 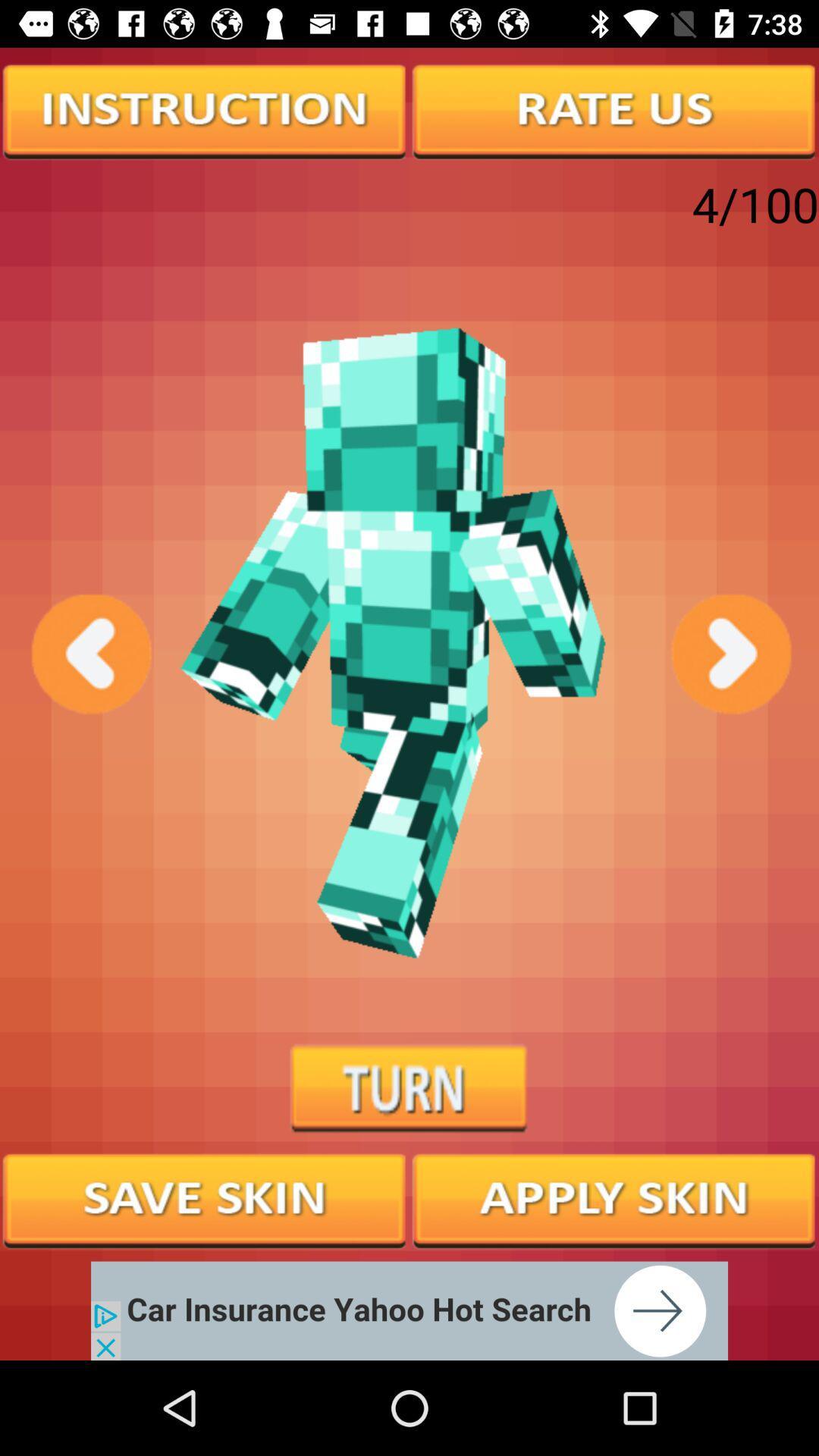 I want to click on backward, so click(x=89, y=654).